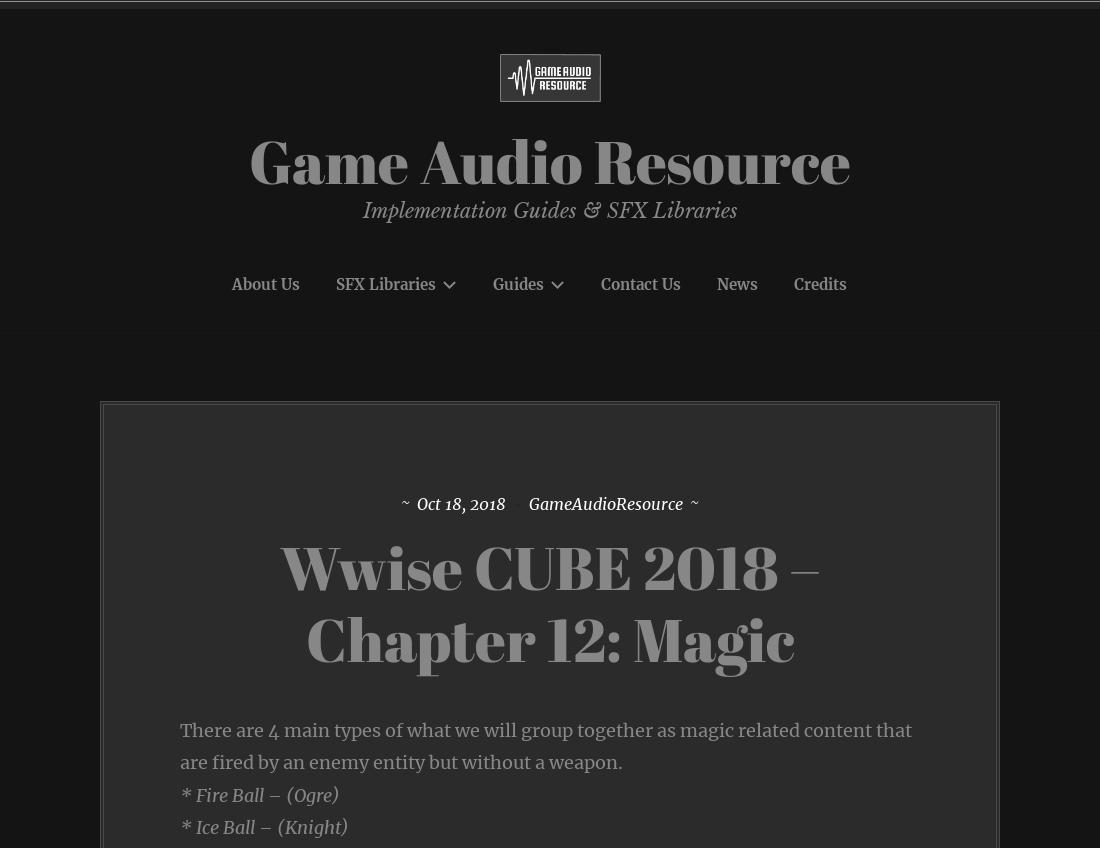  Describe the element at coordinates (460, 503) in the screenshot. I see `'Oct 18, 2018'` at that location.